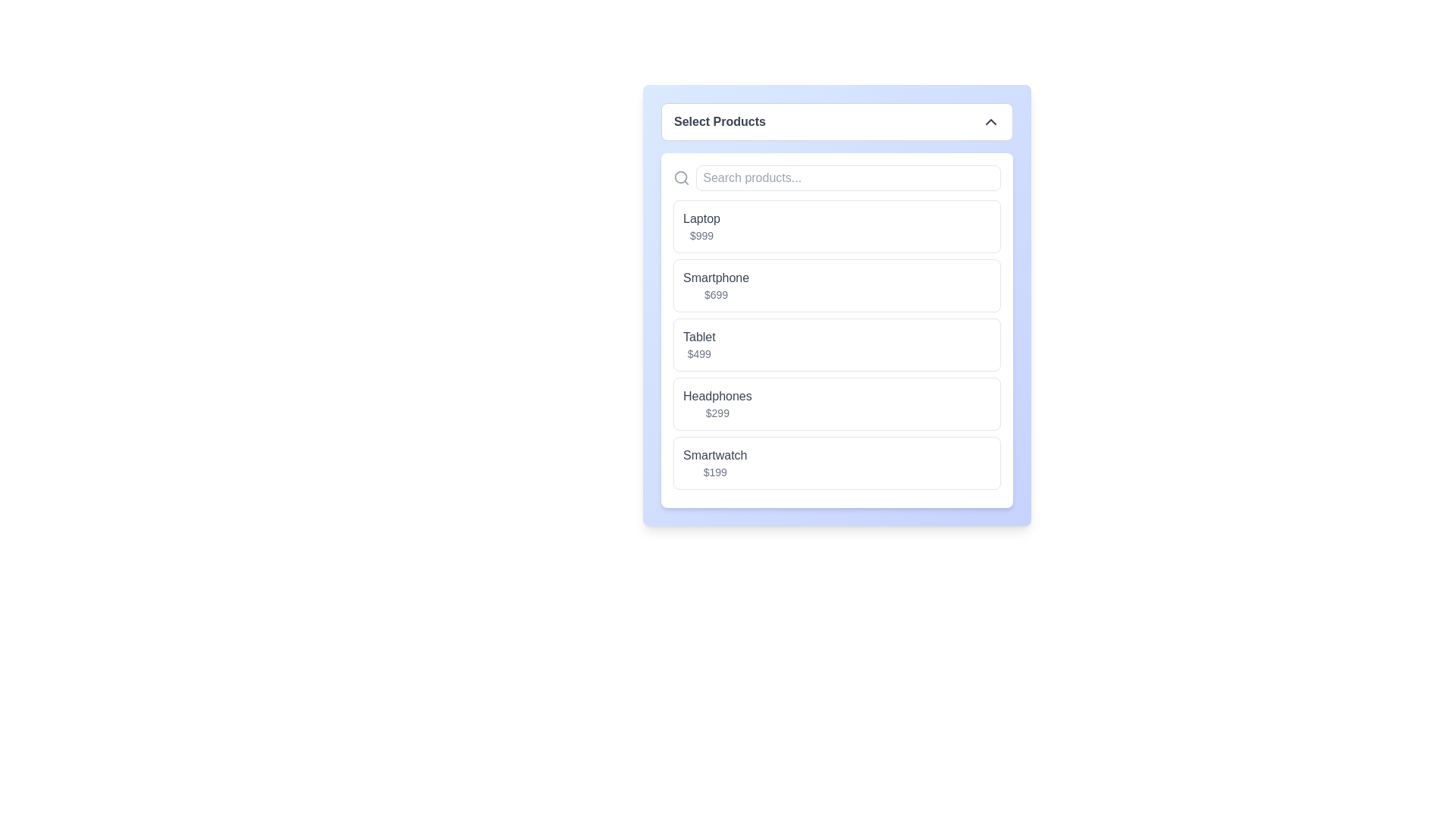 The image size is (1456, 819). Describe the element at coordinates (717, 403) in the screenshot. I see `the selectable product option labeled 'Headphones', which is the third item in the dropdown list` at that location.